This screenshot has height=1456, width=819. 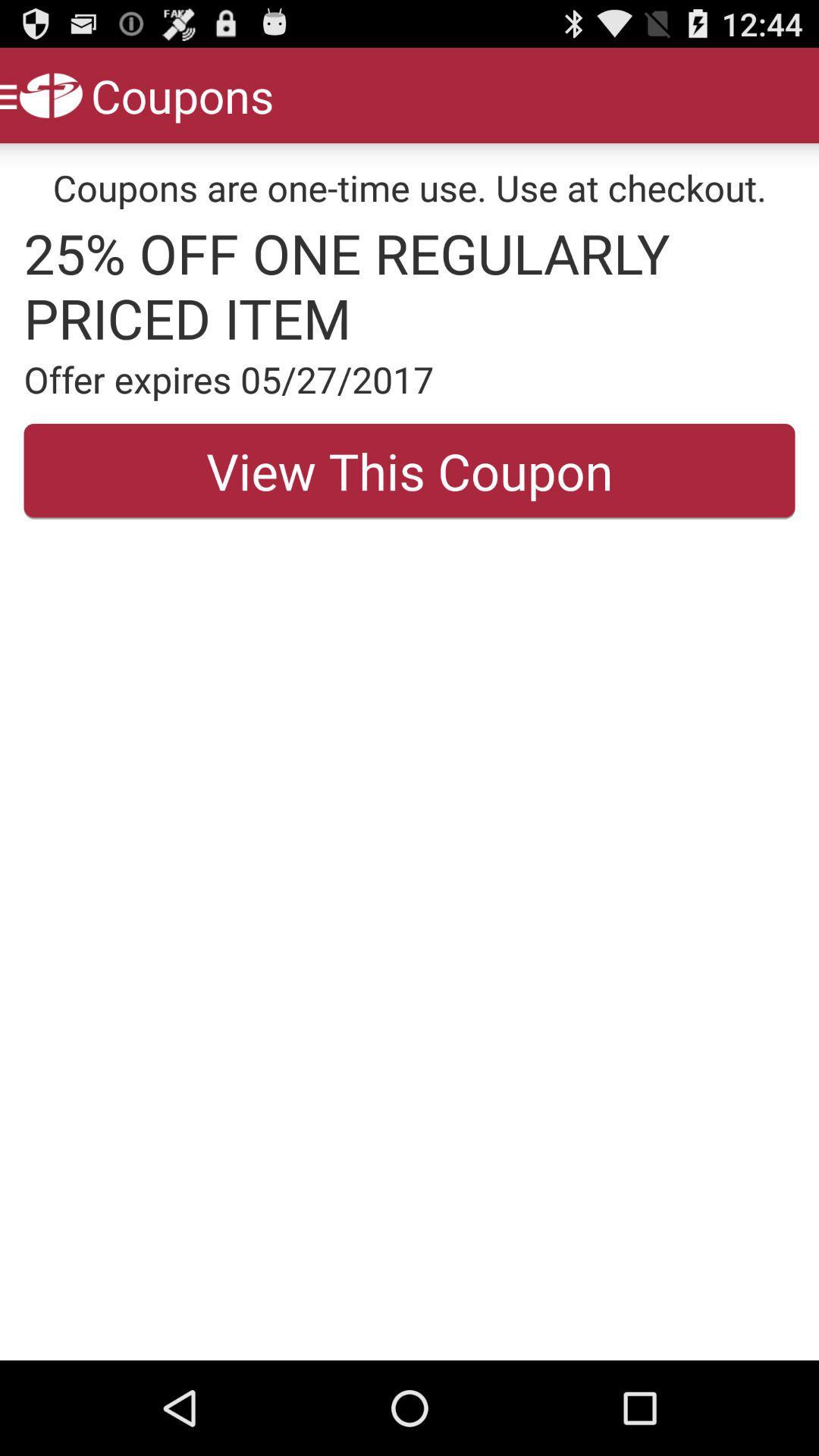 I want to click on the app below coupons are one, so click(x=409, y=285).